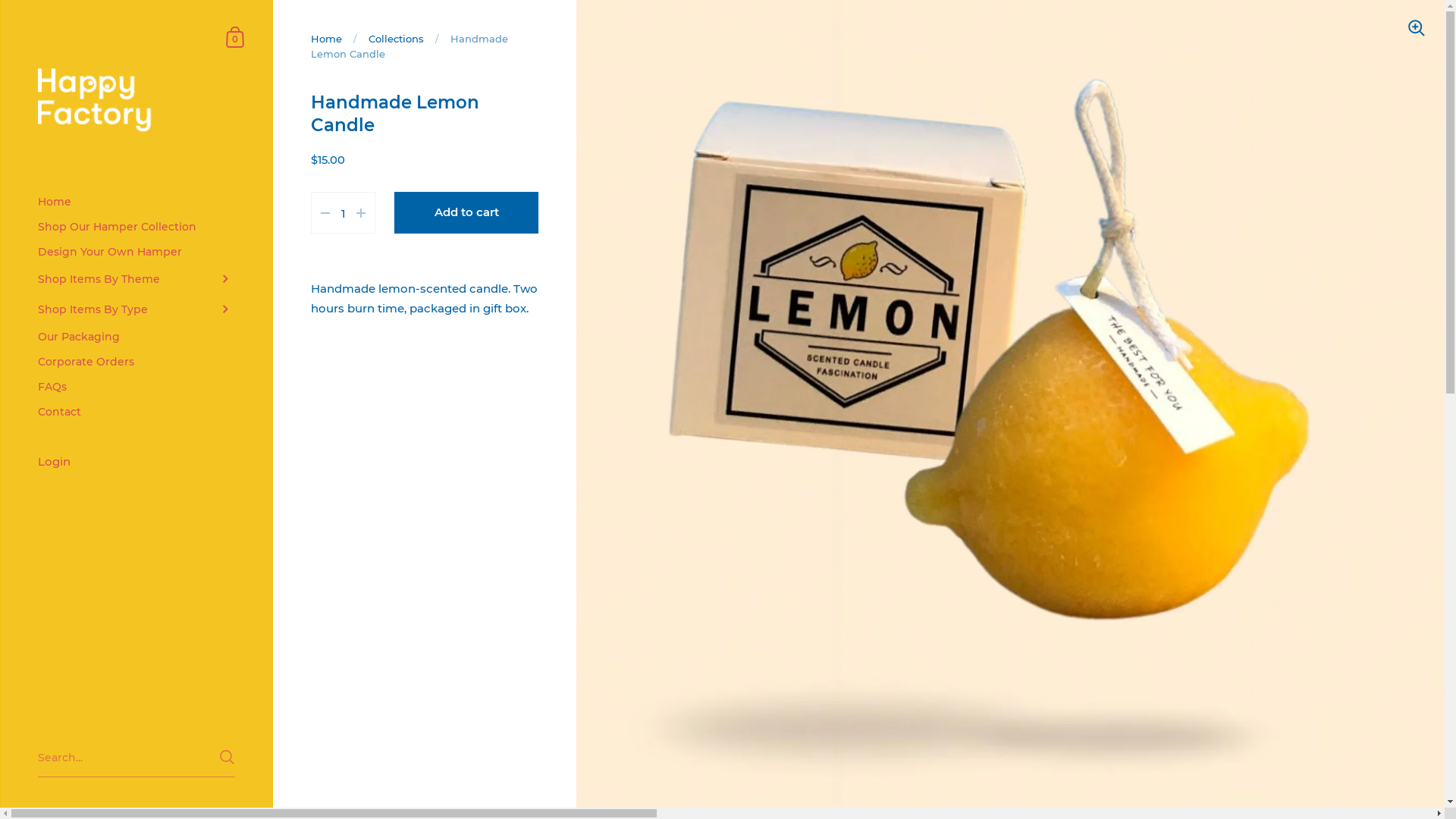 This screenshot has height=819, width=1456. I want to click on '0', so click(235, 35).